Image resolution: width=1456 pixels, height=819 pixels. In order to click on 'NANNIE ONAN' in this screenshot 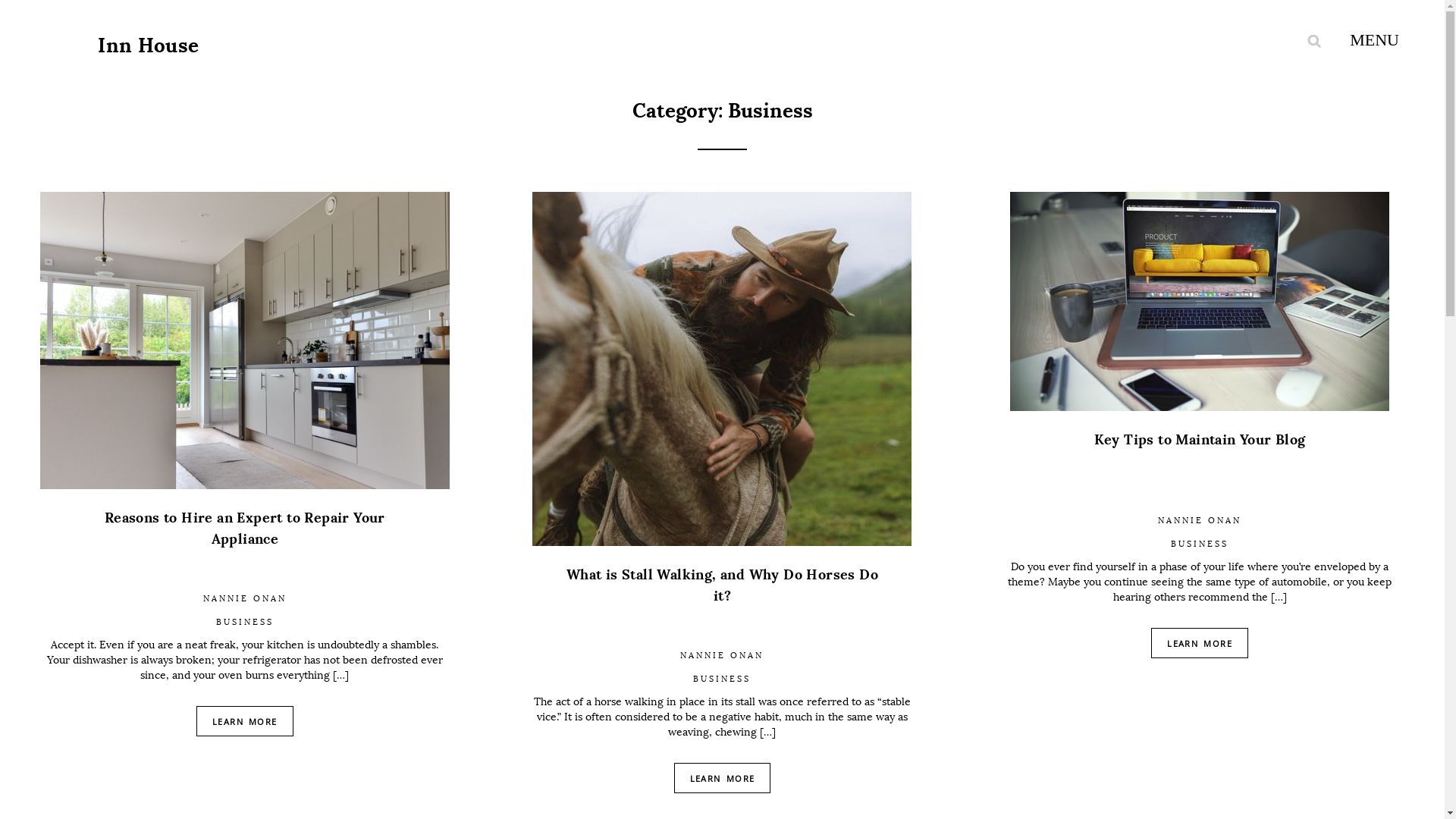, I will do `click(1199, 519)`.